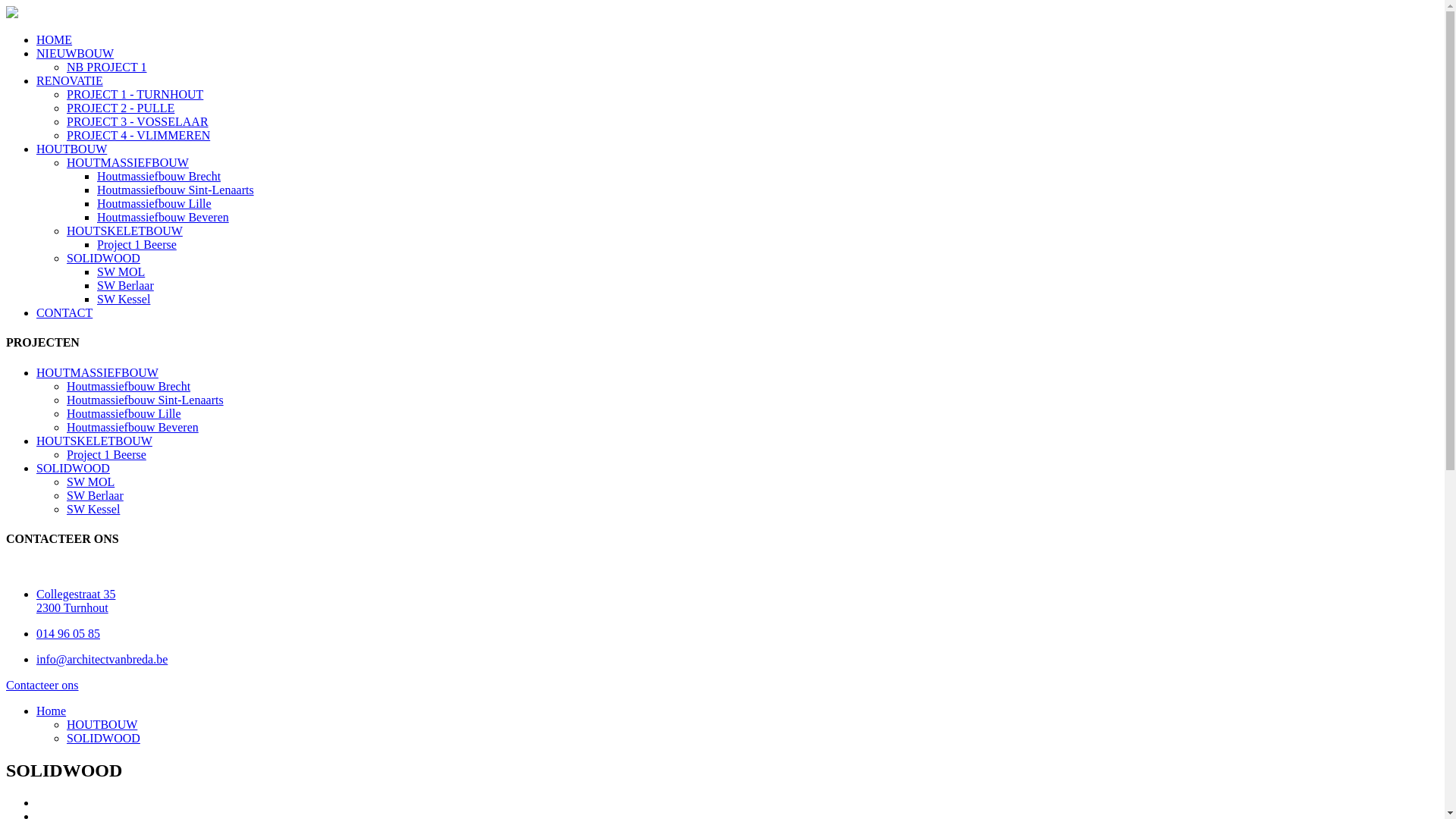  What do you see at coordinates (75, 600) in the screenshot?
I see `'Collegestraat 35` at bounding box center [75, 600].